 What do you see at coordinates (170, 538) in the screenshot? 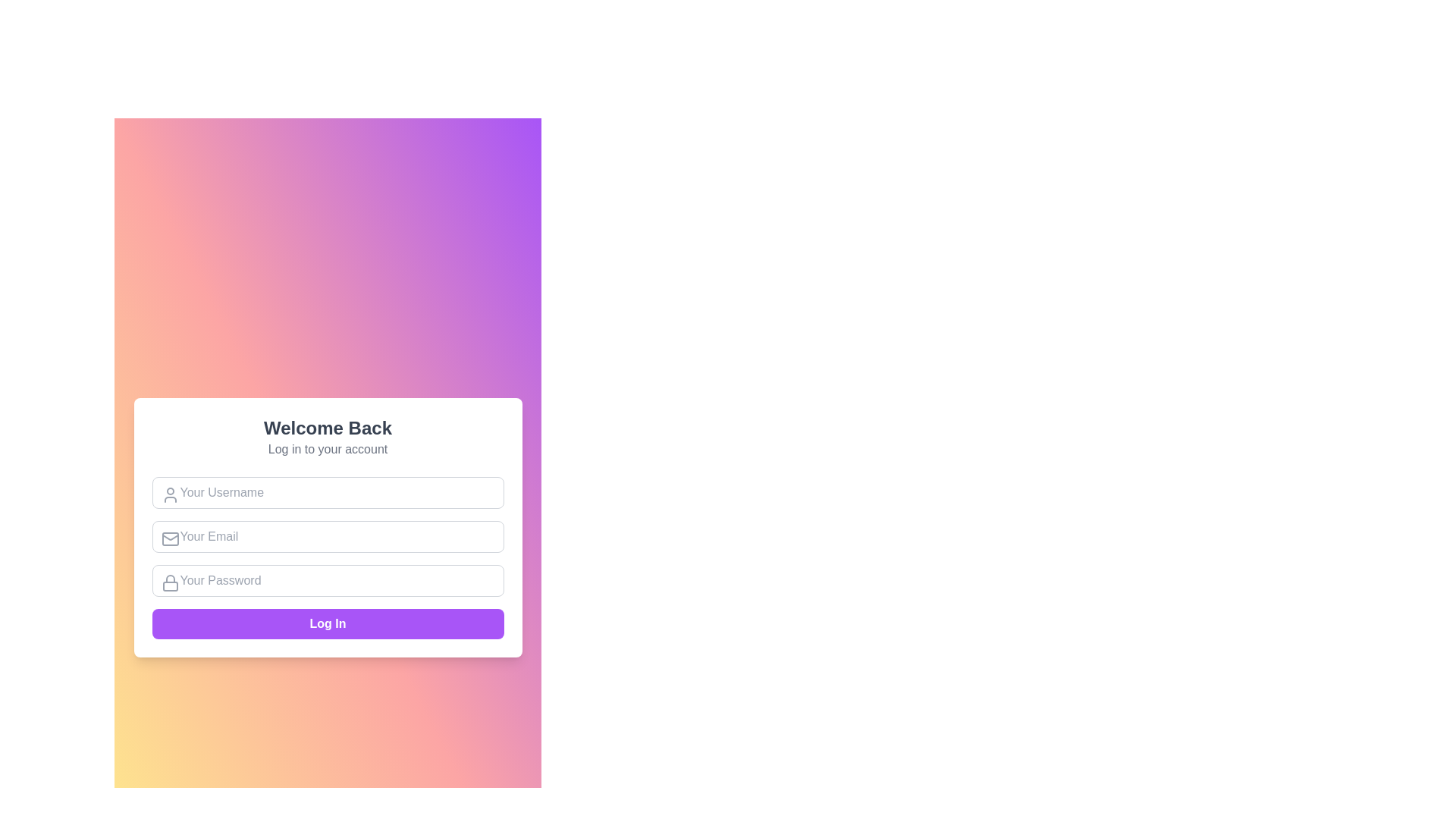
I see `the decorative email icon located in the upper left corner of the 'Your Email' input field` at bounding box center [170, 538].